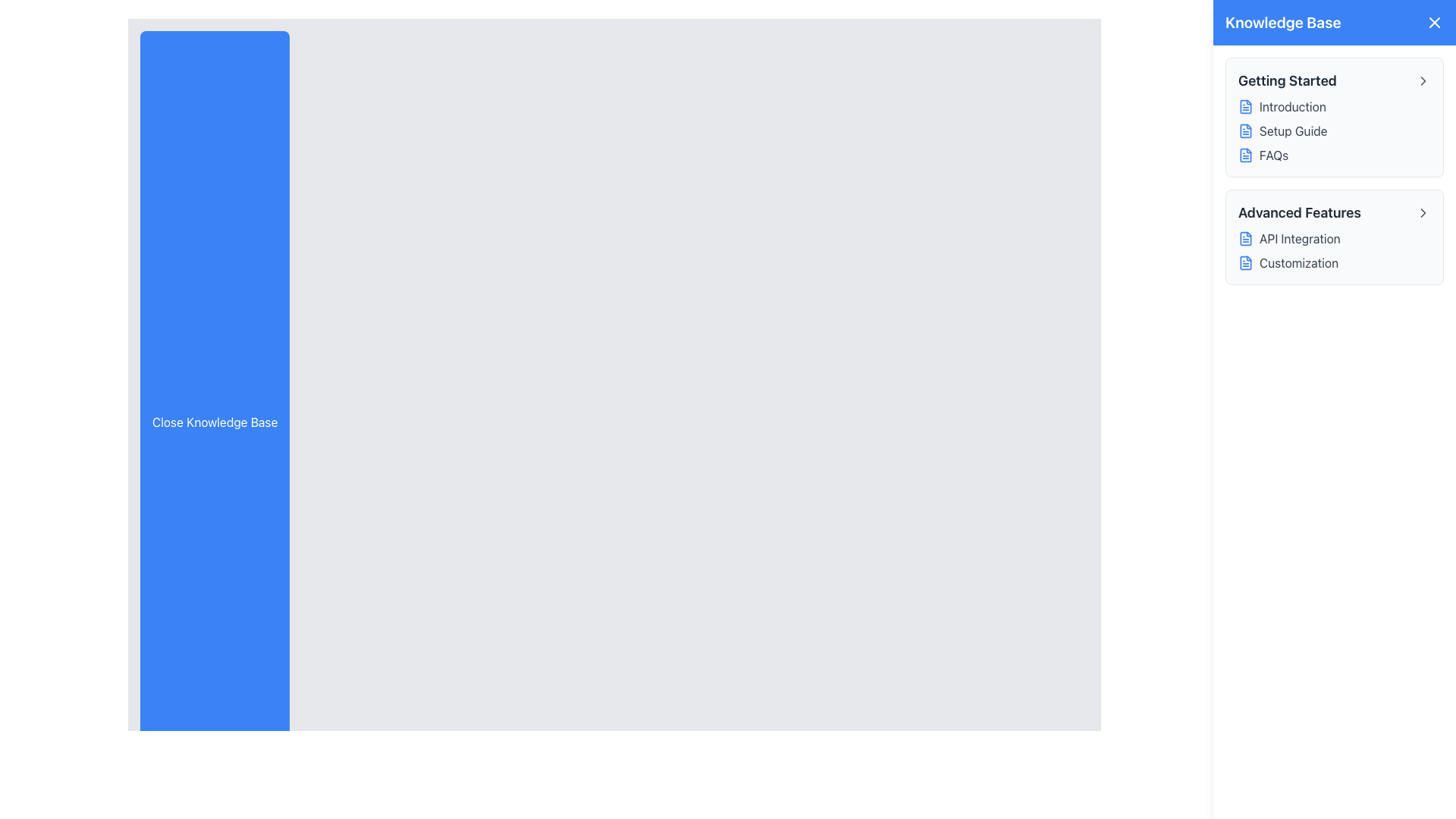 The image size is (1456, 819). Describe the element at coordinates (1245, 239) in the screenshot. I see `the SVG graphic icon located near the top-right section of the sidebar panel, adjacent to the 'API Integration' text under the 'Advanced Features' heading` at that location.